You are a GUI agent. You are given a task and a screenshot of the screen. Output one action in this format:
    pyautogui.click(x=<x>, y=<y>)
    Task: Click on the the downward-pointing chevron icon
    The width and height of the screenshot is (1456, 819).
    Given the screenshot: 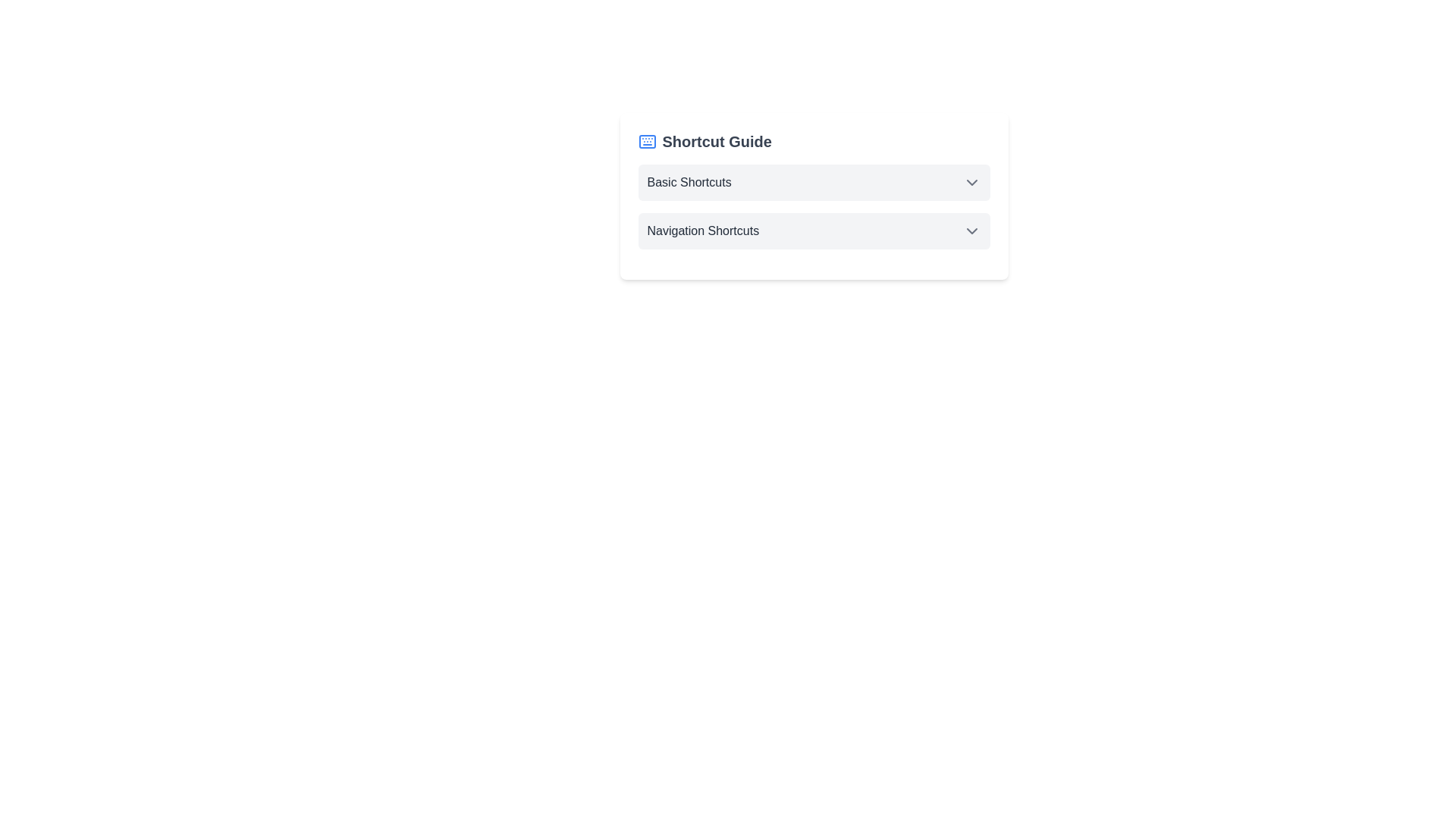 What is the action you would take?
    pyautogui.click(x=971, y=181)
    